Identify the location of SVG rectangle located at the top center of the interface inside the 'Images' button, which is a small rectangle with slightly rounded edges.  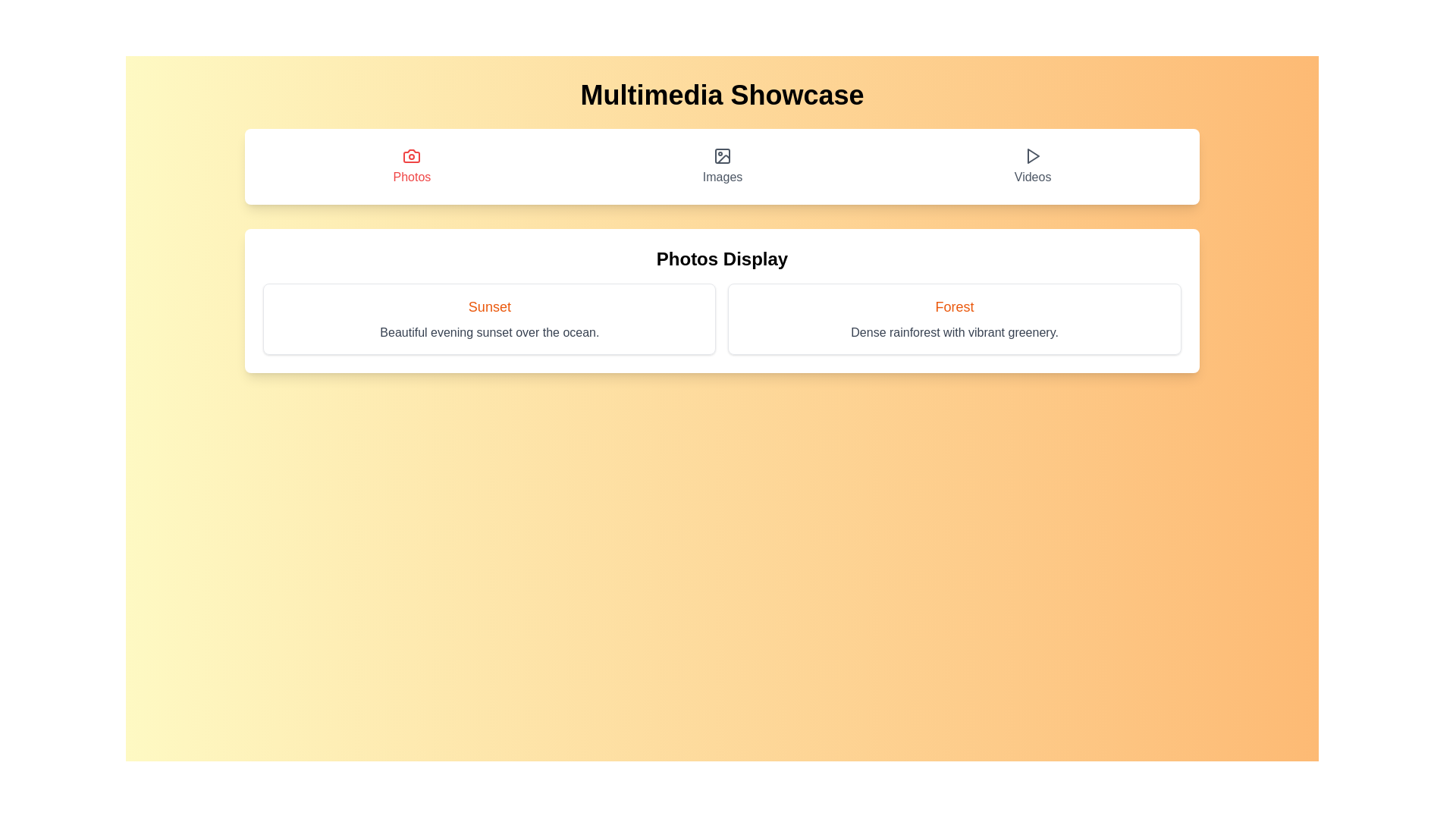
(722, 155).